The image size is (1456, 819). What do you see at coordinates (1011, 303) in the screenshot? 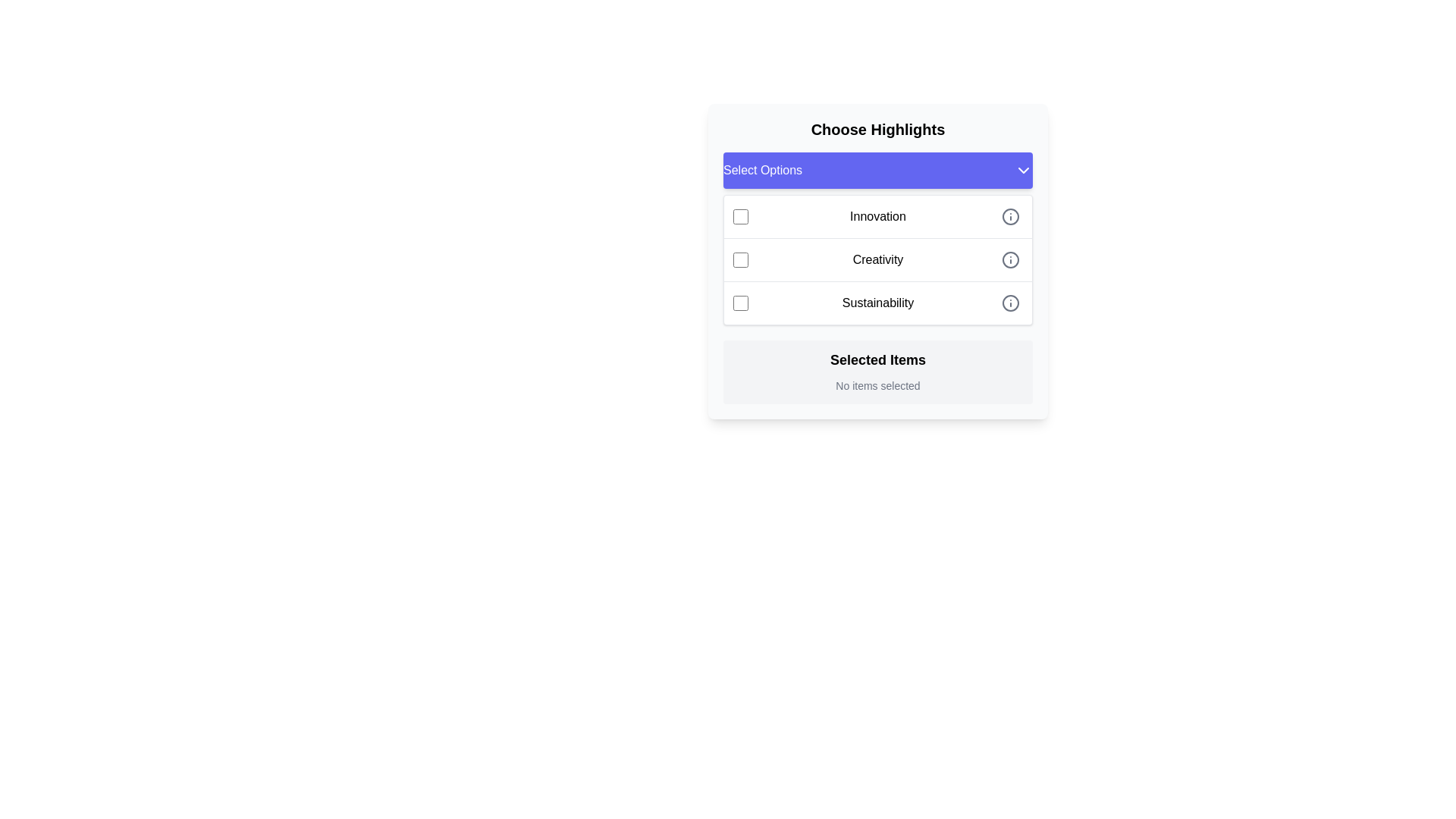
I see `the visual representation of the circular icon component located within the 'Sustainability' list item row, positioned to the right of the text label` at bounding box center [1011, 303].